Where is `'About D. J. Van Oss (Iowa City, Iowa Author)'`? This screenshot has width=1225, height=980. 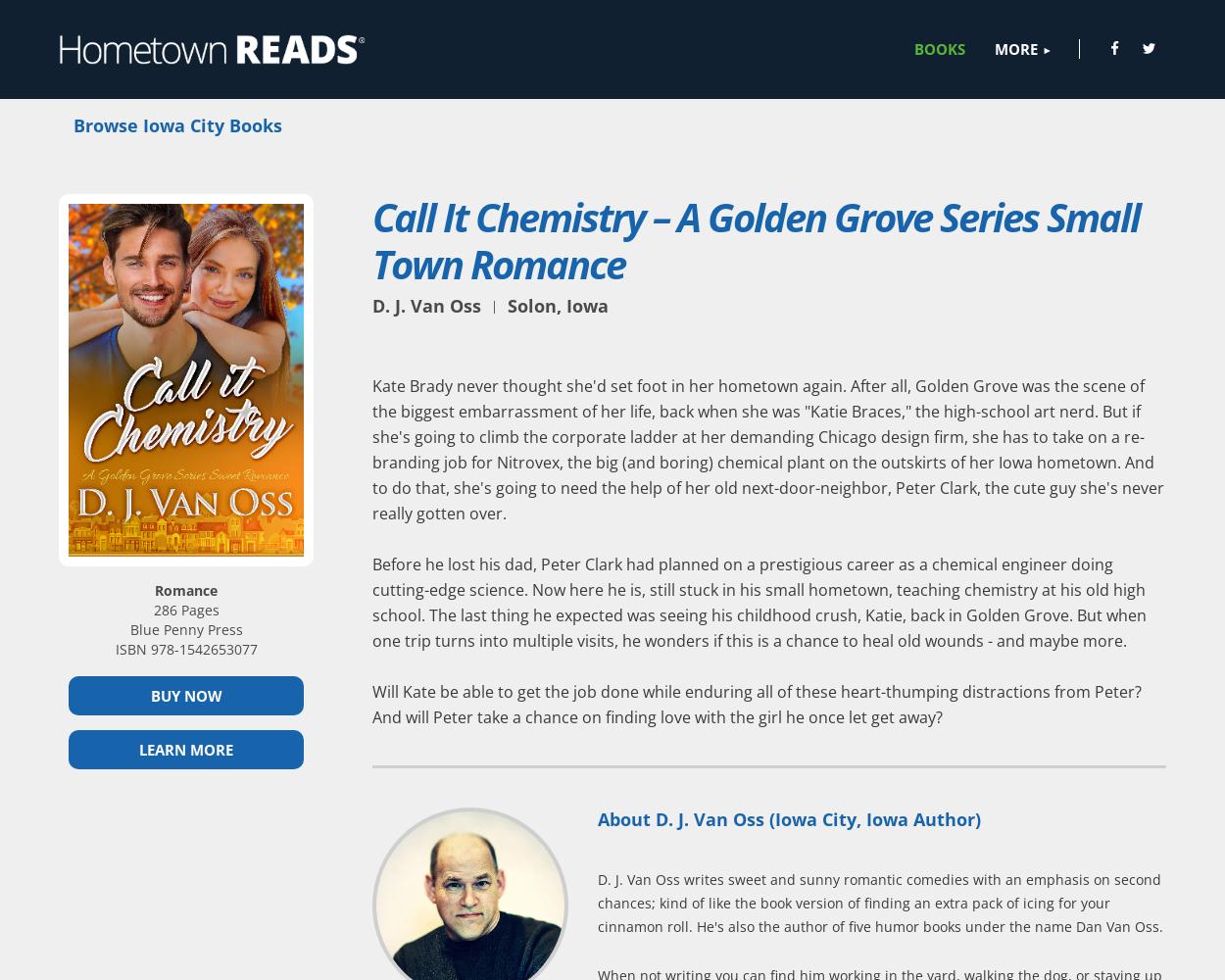
'About D. J. Van Oss (Iowa City, Iowa Author)' is located at coordinates (789, 817).